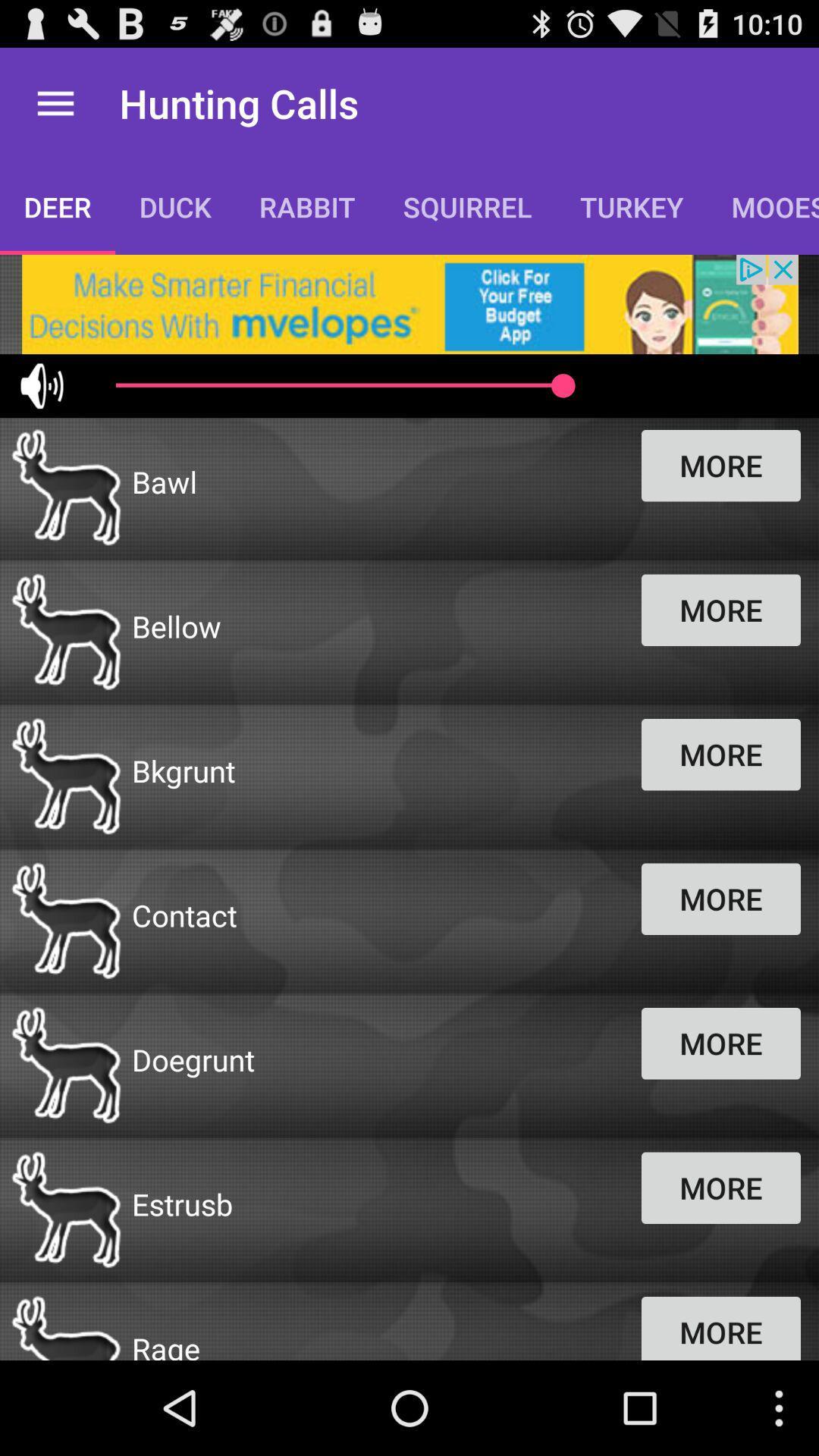 This screenshot has height=1456, width=819. Describe the element at coordinates (409, 303) in the screenshot. I see `it is notification key` at that location.